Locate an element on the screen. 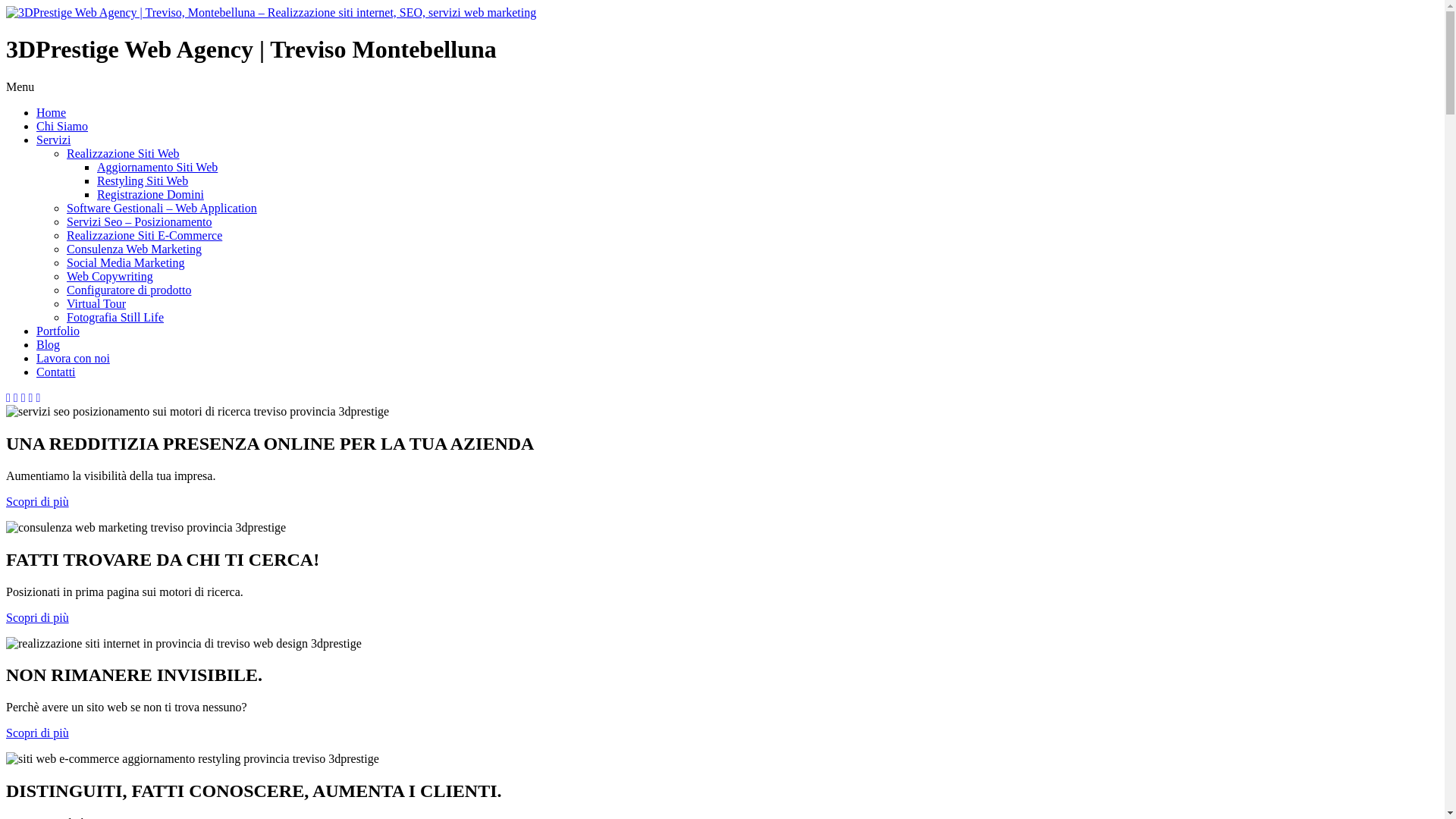 The image size is (1456, 819). 'Restyling Siti Web' is located at coordinates (142, 180).